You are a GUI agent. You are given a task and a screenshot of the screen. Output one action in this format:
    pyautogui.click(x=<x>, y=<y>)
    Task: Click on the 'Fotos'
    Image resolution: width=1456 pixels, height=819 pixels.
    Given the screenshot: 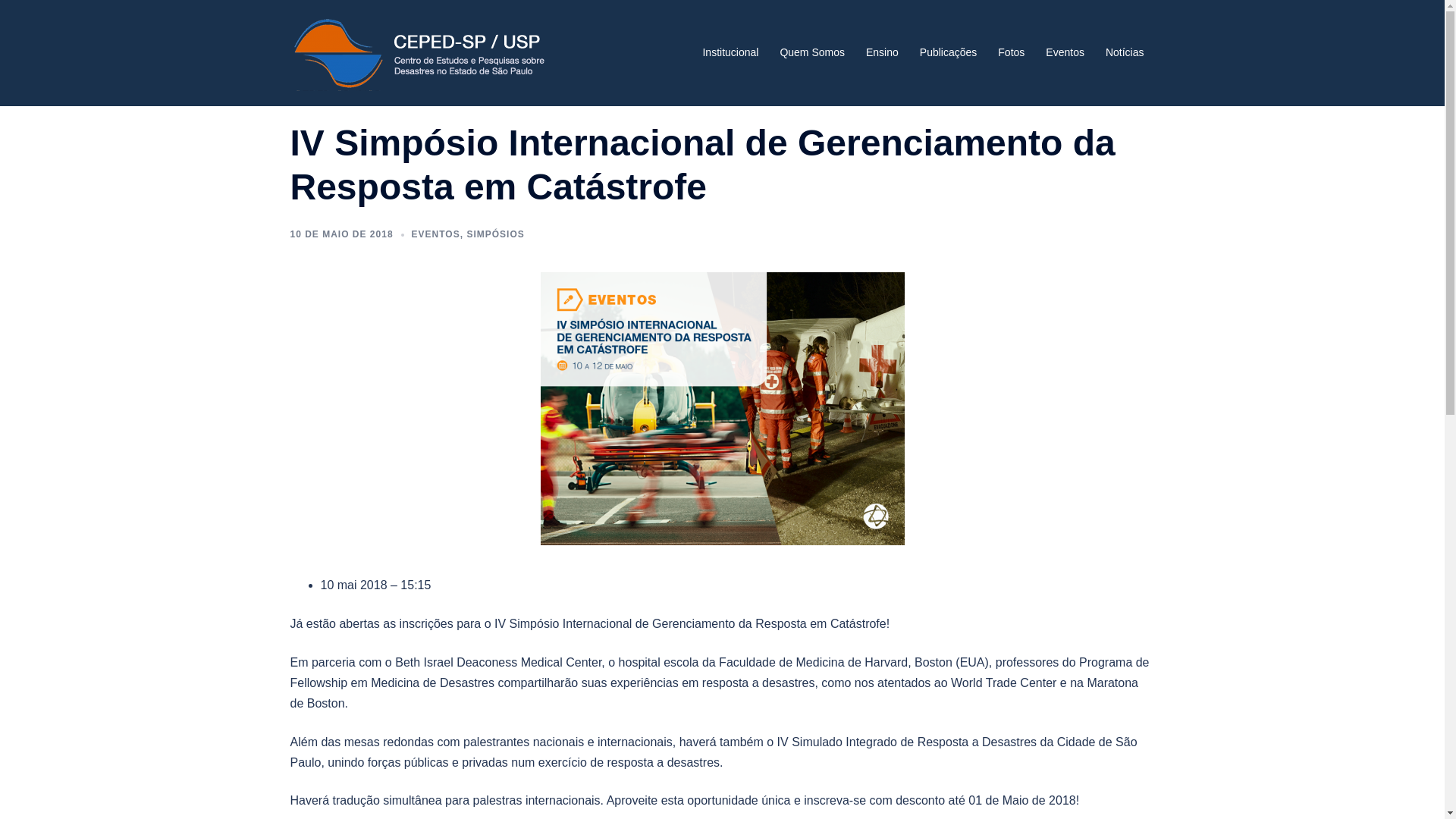 What is the action you would take?
    pyautogui.click(x=997, y=52)
    